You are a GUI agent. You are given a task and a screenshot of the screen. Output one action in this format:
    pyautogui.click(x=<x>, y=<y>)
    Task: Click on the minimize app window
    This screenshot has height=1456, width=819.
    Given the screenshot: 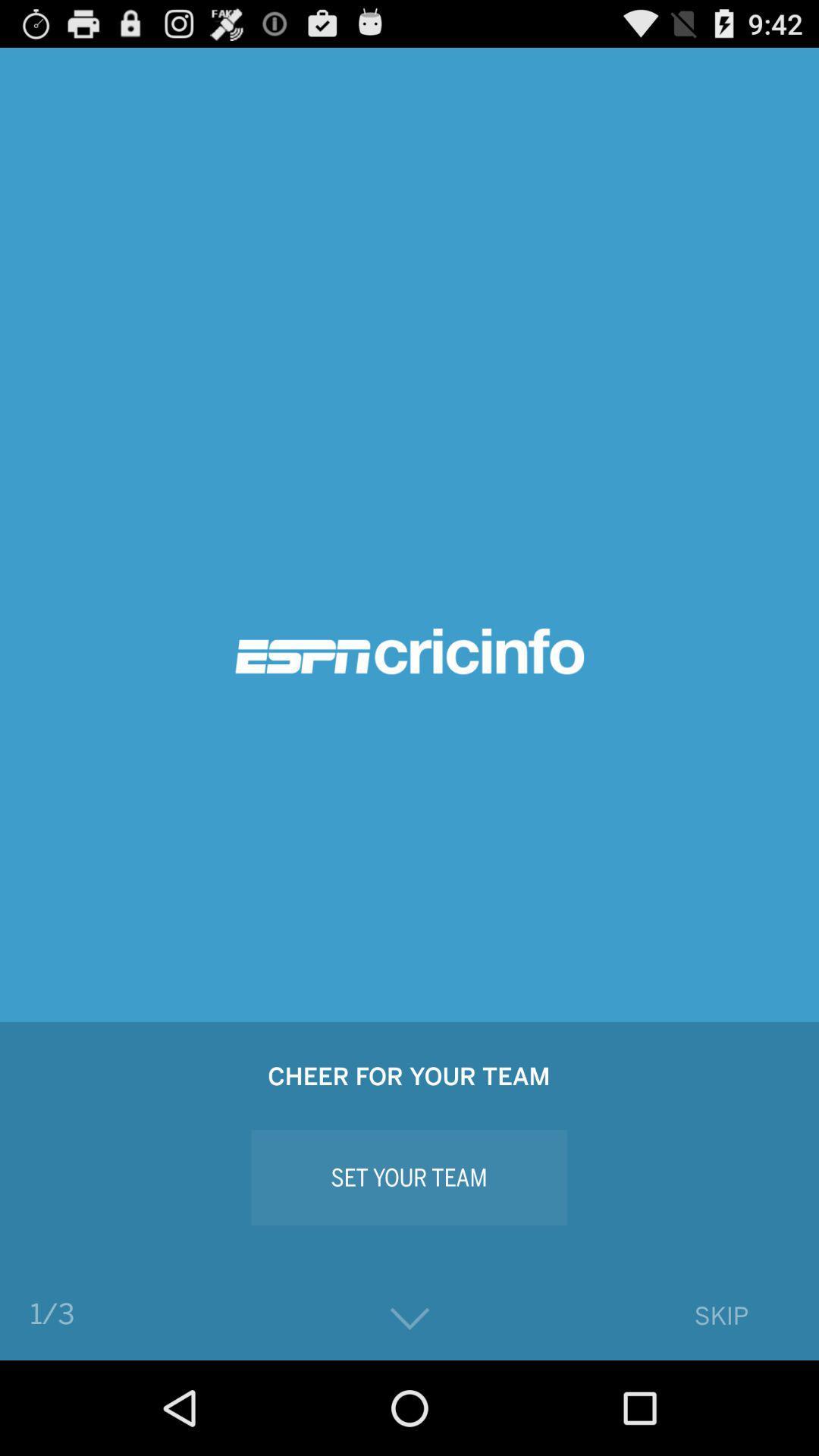 What is the action you would take?
    pyautogui.click(x=409, y=1318)
    